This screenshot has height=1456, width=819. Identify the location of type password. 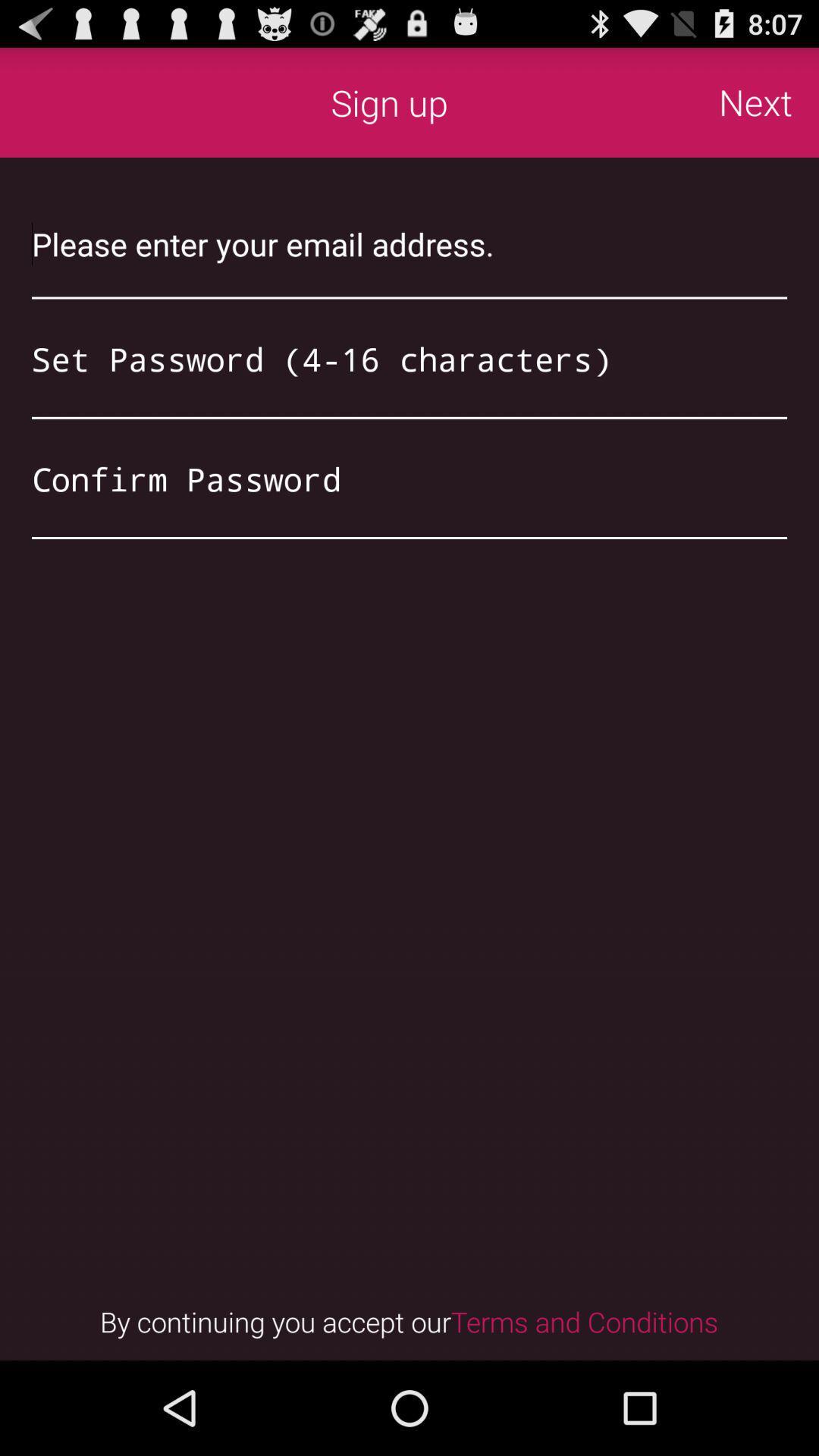
(409, 478).